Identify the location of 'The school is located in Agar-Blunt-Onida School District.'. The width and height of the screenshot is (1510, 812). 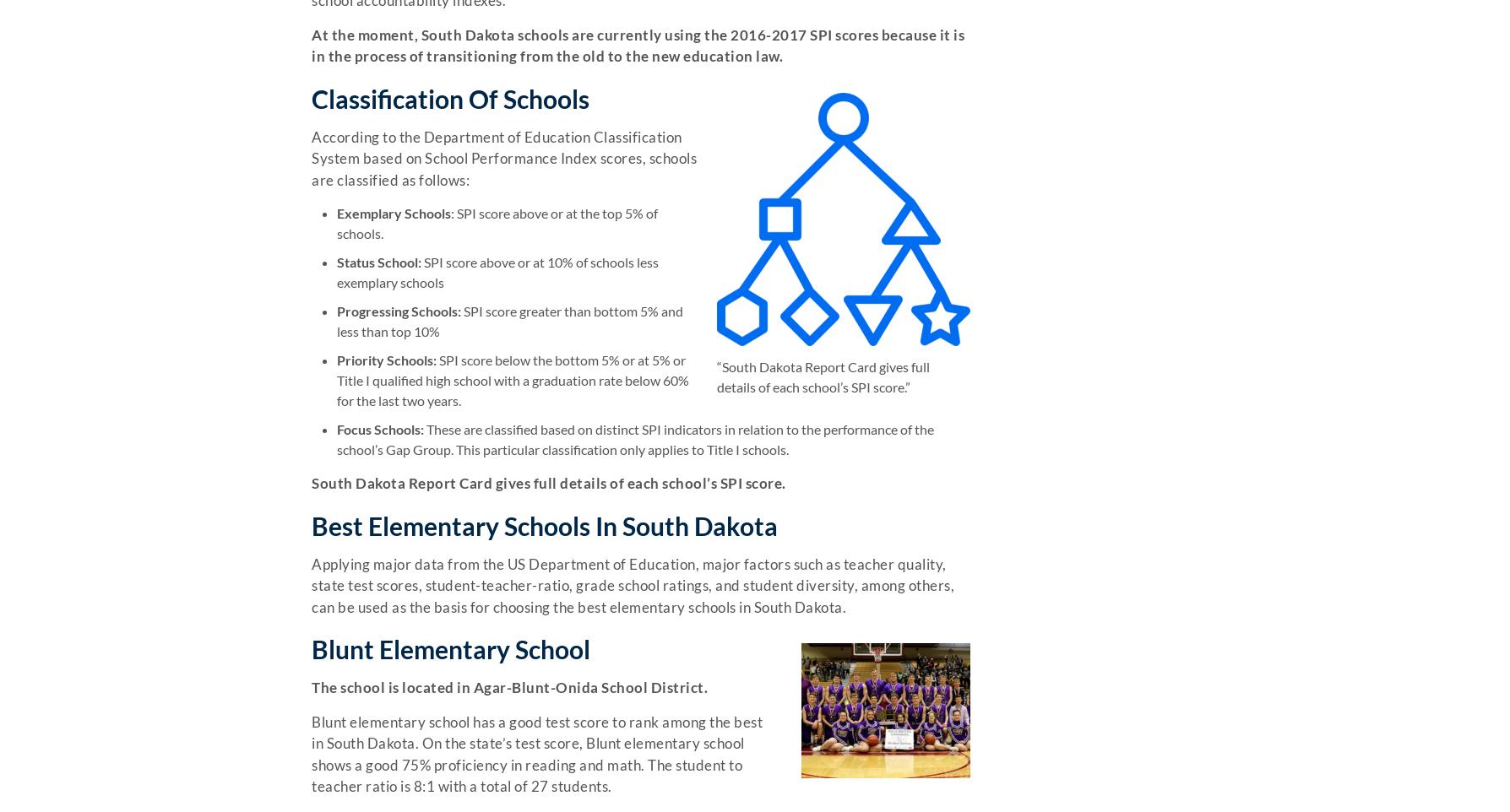
(311, 686).